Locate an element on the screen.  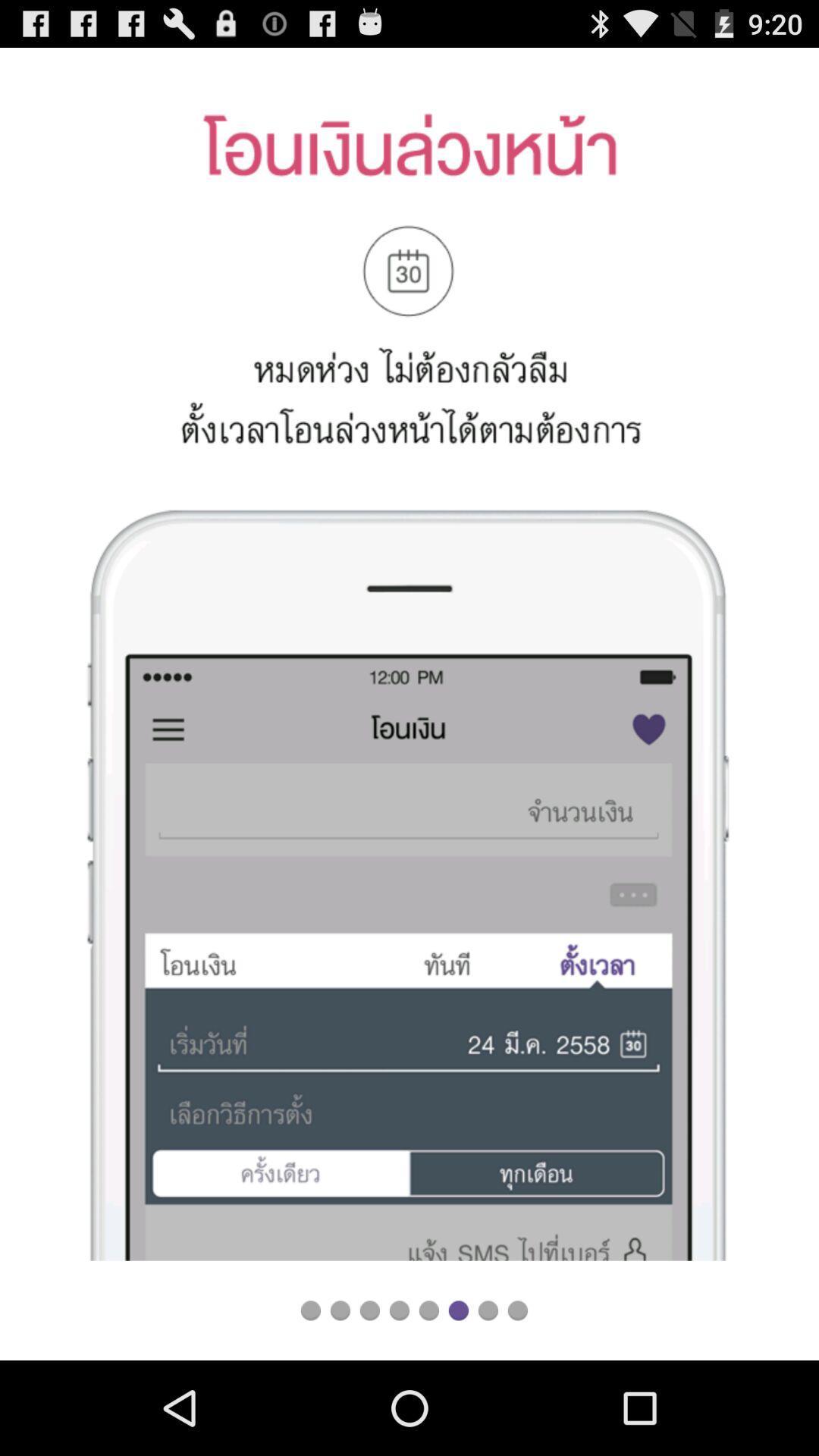
go right to next slide is located at coordinates (488, 1310).